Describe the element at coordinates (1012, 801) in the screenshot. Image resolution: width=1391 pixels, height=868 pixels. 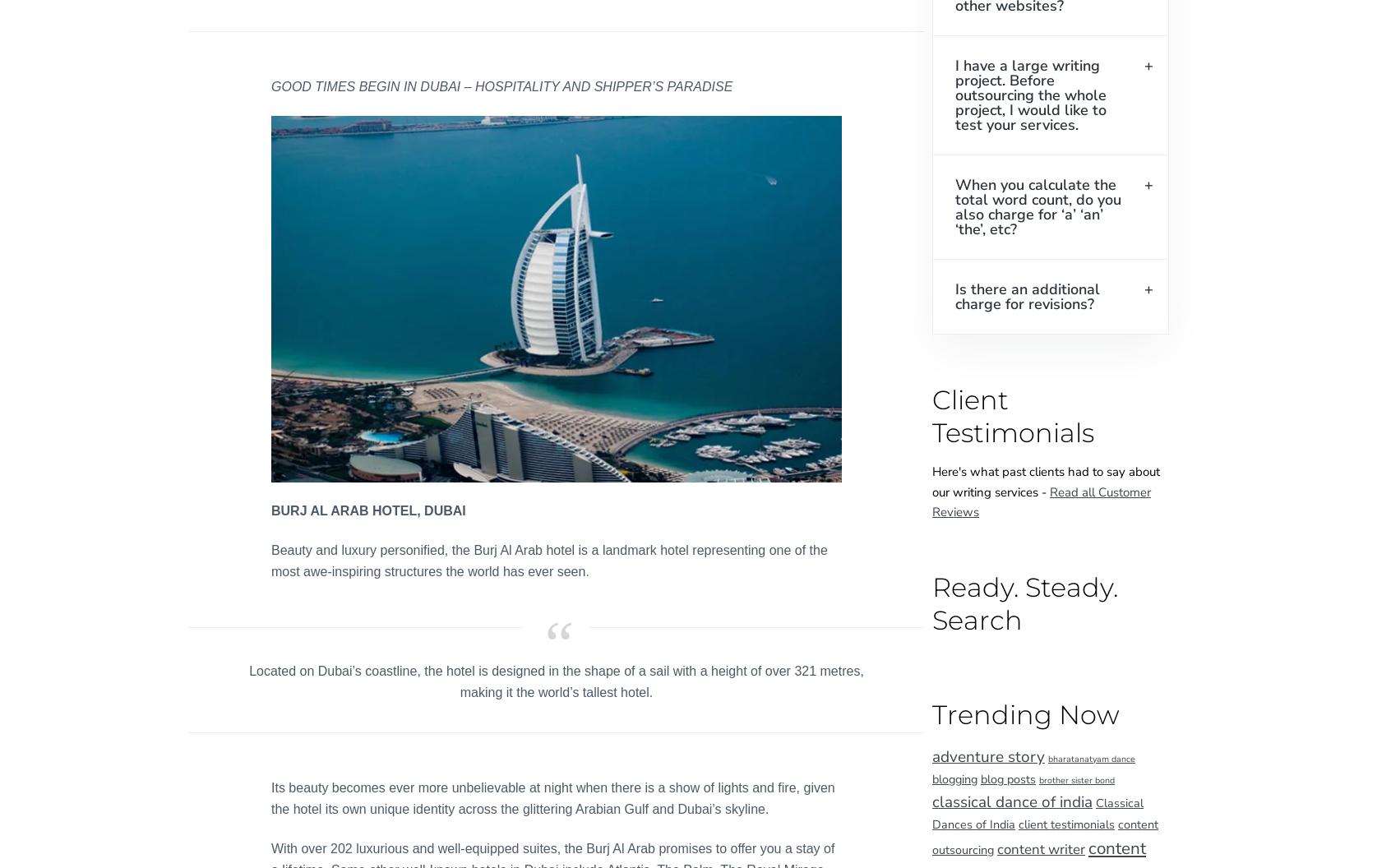
I see `'classical dance of india'` at that location.